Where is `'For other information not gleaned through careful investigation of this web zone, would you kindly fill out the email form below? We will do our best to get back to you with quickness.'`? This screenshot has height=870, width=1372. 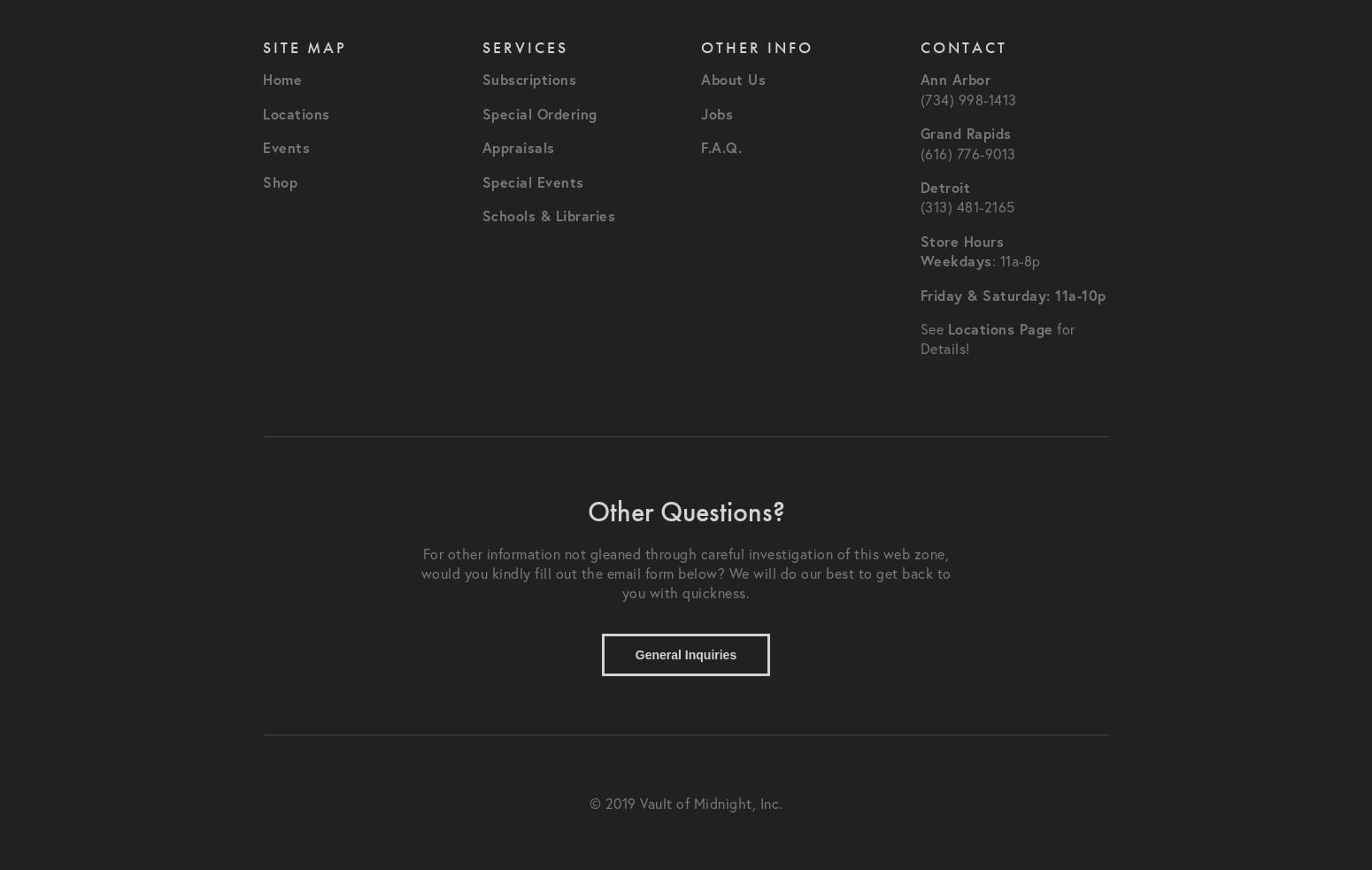 'For other information not gleaned through careful investigation of this web zone, would you kindly fill out the email form below? We will do our best to get back to you with quickness.' is located at coordinates (420, 573).